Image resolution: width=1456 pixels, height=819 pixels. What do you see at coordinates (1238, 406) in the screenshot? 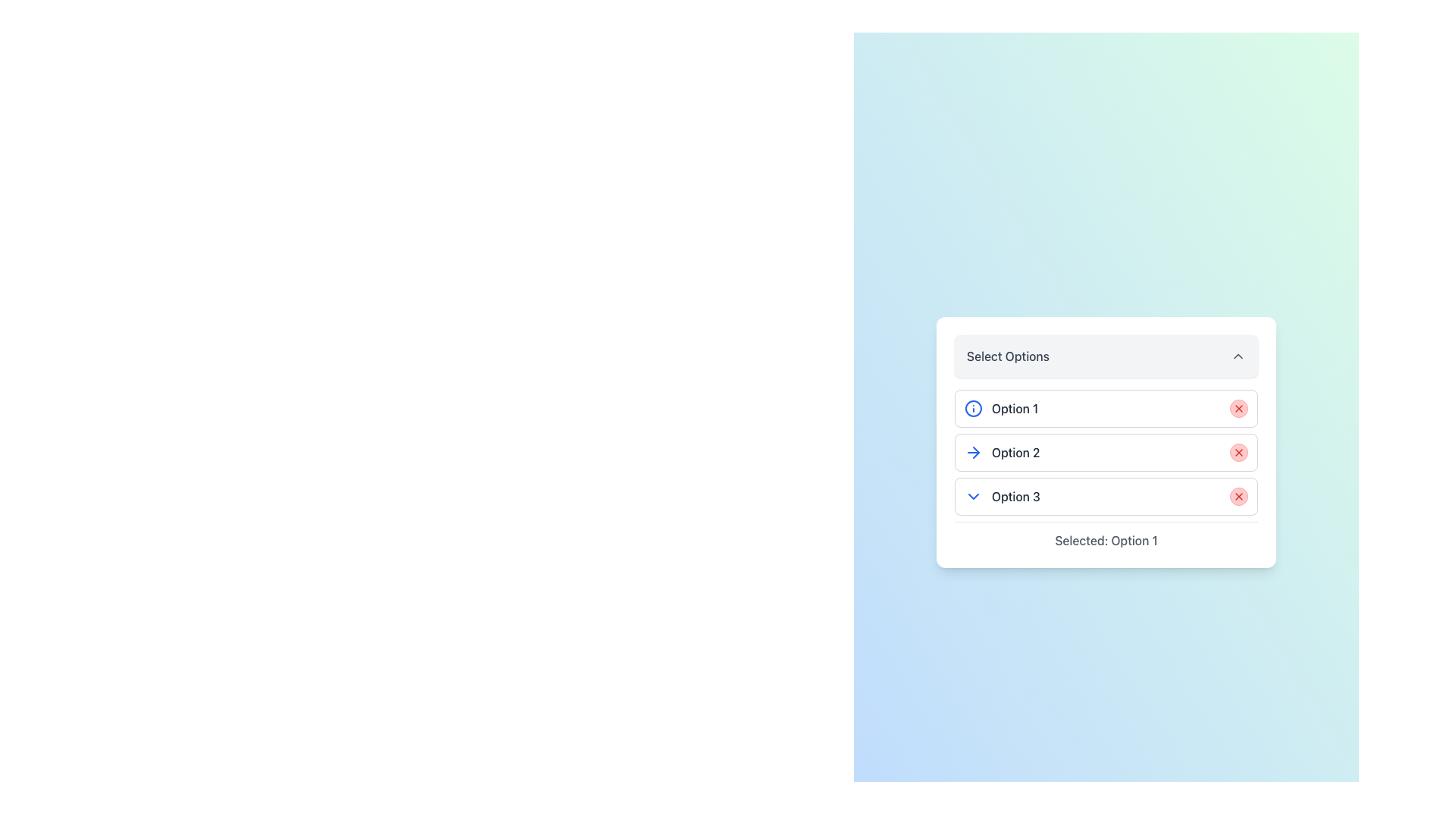
I see `the red 'X' icon button within the 'Select Options' dropdown menu` at bounding box center [1238, 406].